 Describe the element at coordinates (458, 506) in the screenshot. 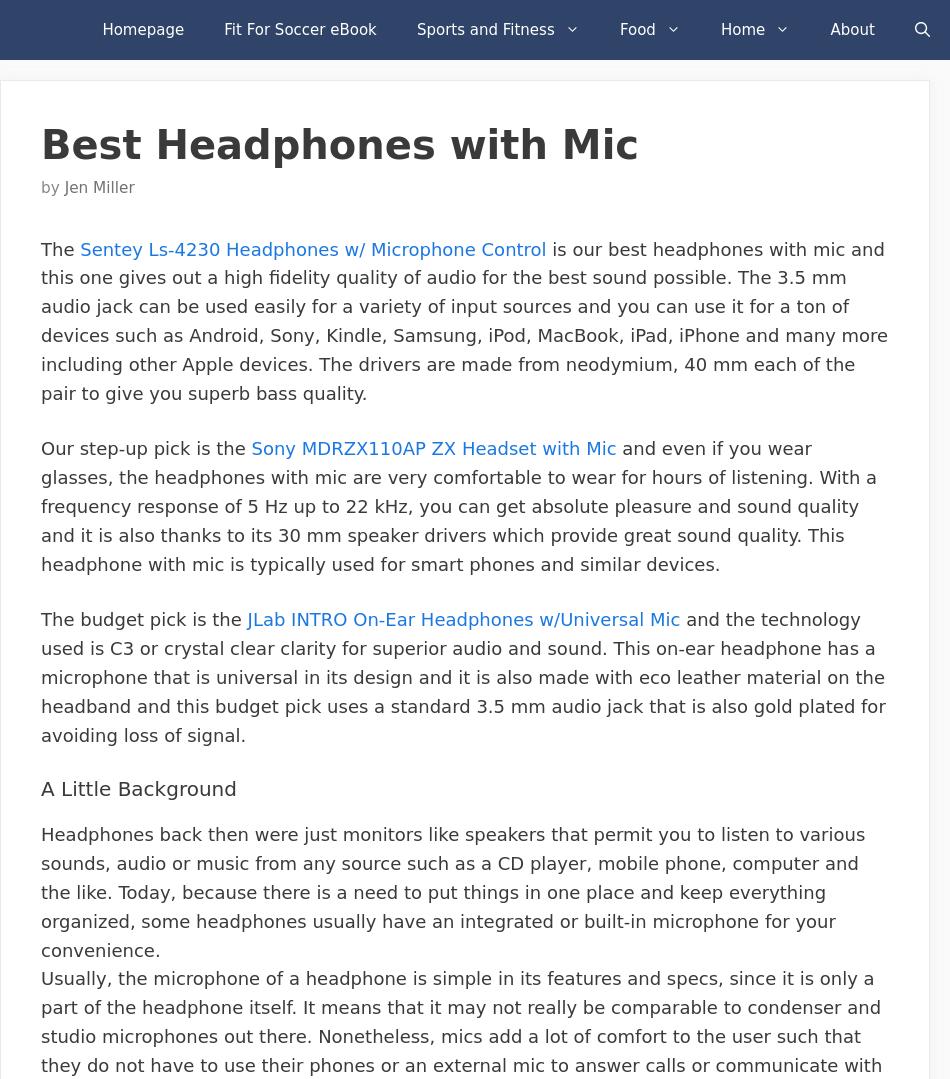

I see `'and even if you wear glasses, the headphones with mic are very comfortable to wear for hours of listening. With a frequency response of 5 Hz up to 22 kHz, you can get absolute pleasure and sound quality and it is also thanks to its 30 mm speaker drivers which provide great sound quality. This headphone with mic is typically used for smart phones and similar devices.'` at that location.